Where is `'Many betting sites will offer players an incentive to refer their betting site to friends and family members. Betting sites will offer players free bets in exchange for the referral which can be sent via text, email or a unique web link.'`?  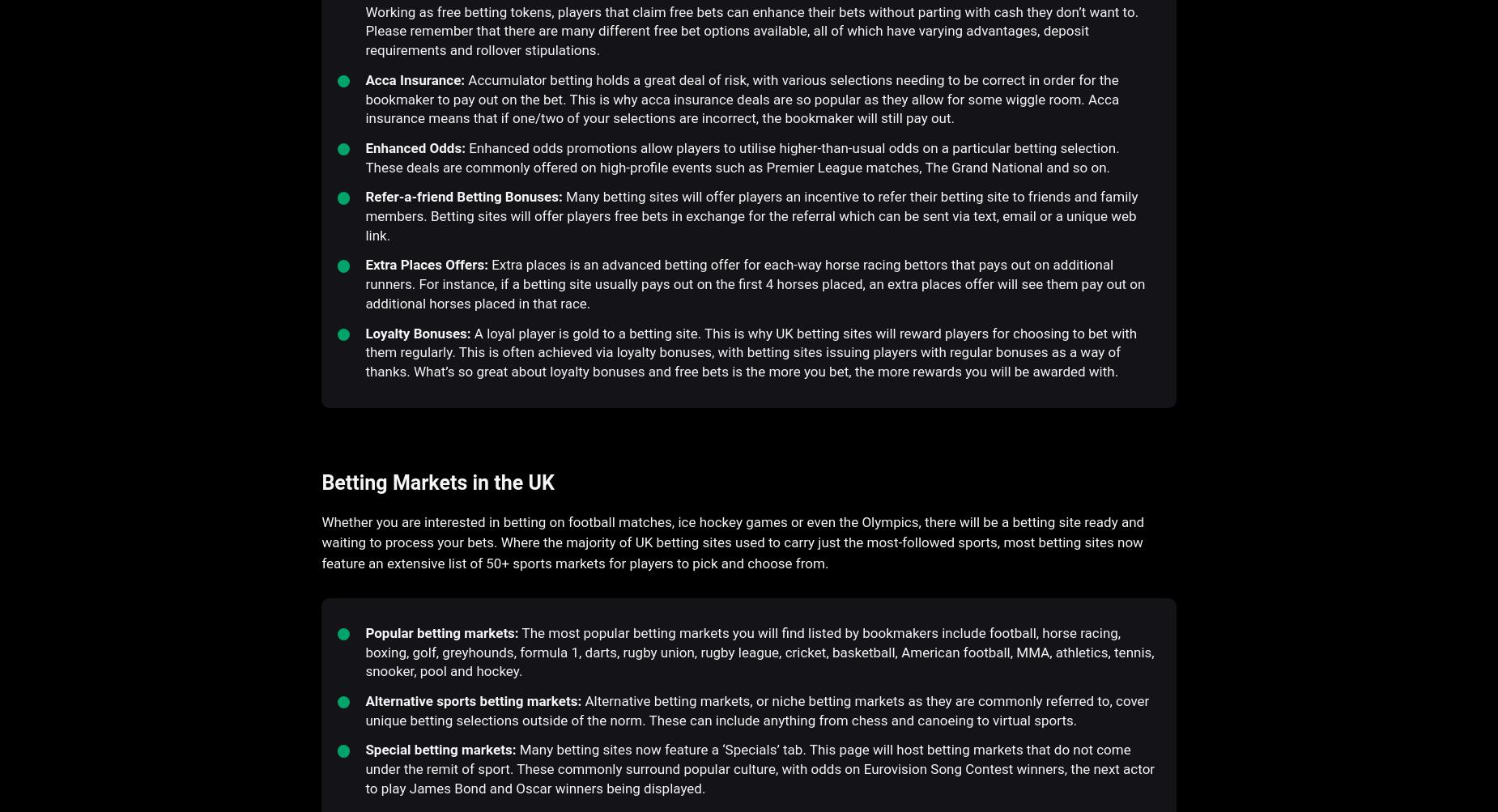
'Many betting sites will offer players an incentive to refer their betting site to friends and family members. Betting sites will offer players free bets in exchange for the referral which can be sent via text, email or a unique web link.' is located at coordinates (750, 215).